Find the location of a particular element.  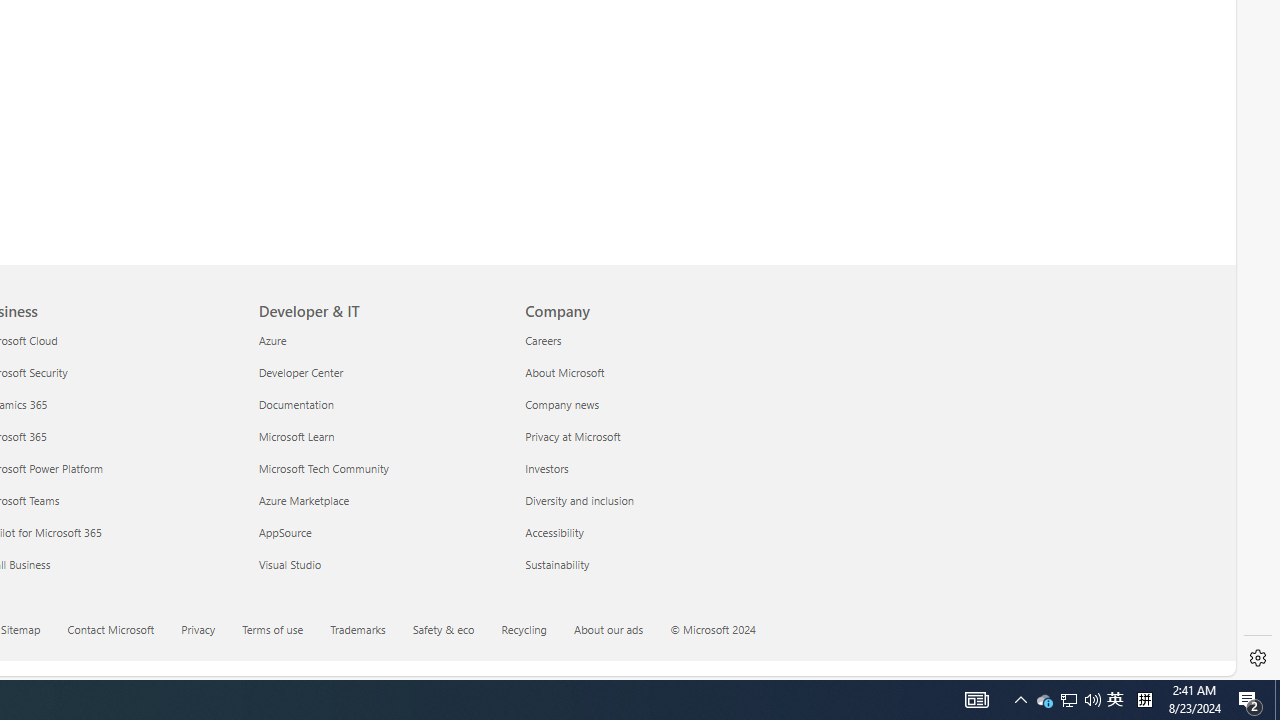

'Azure' is located at coordinates (380, 339).